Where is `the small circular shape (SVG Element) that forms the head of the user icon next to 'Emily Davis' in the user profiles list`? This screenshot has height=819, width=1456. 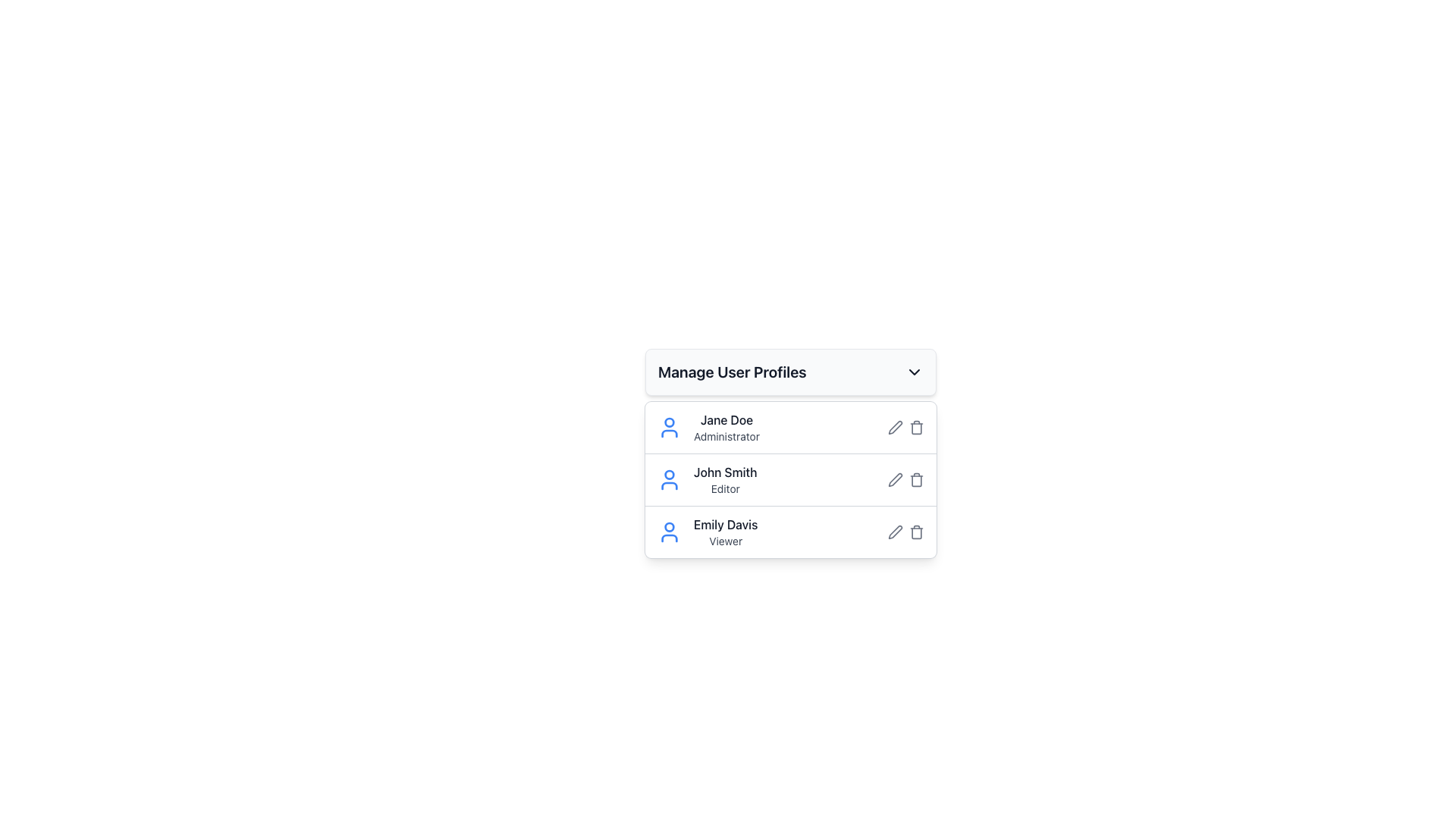 the small circular shape (SVG Element) that forms the head of the user icon next to 'Emily Davis' in the user profiles list is located at coordinates (669, 526).